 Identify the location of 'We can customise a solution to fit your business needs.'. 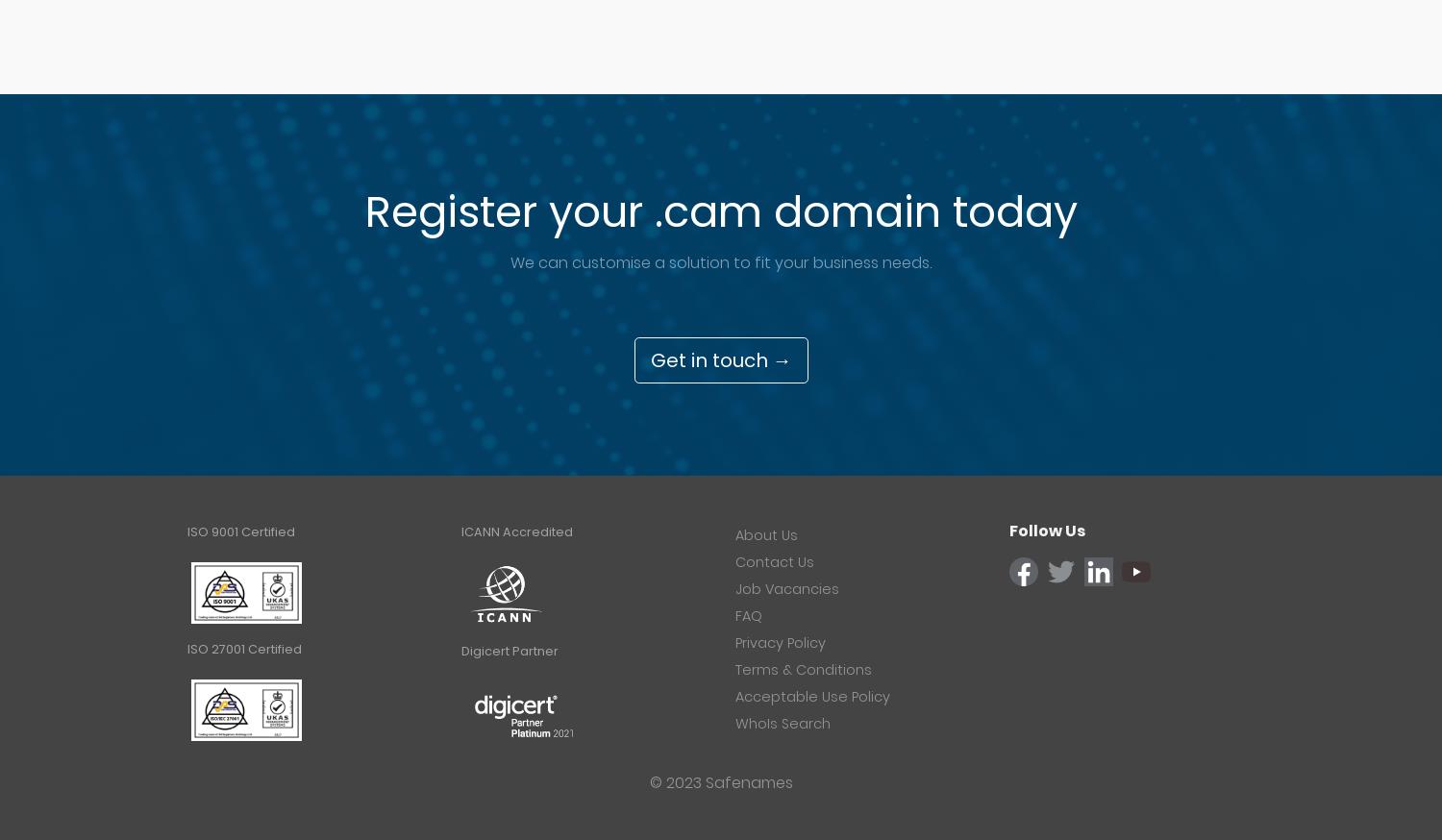
(721, 262).